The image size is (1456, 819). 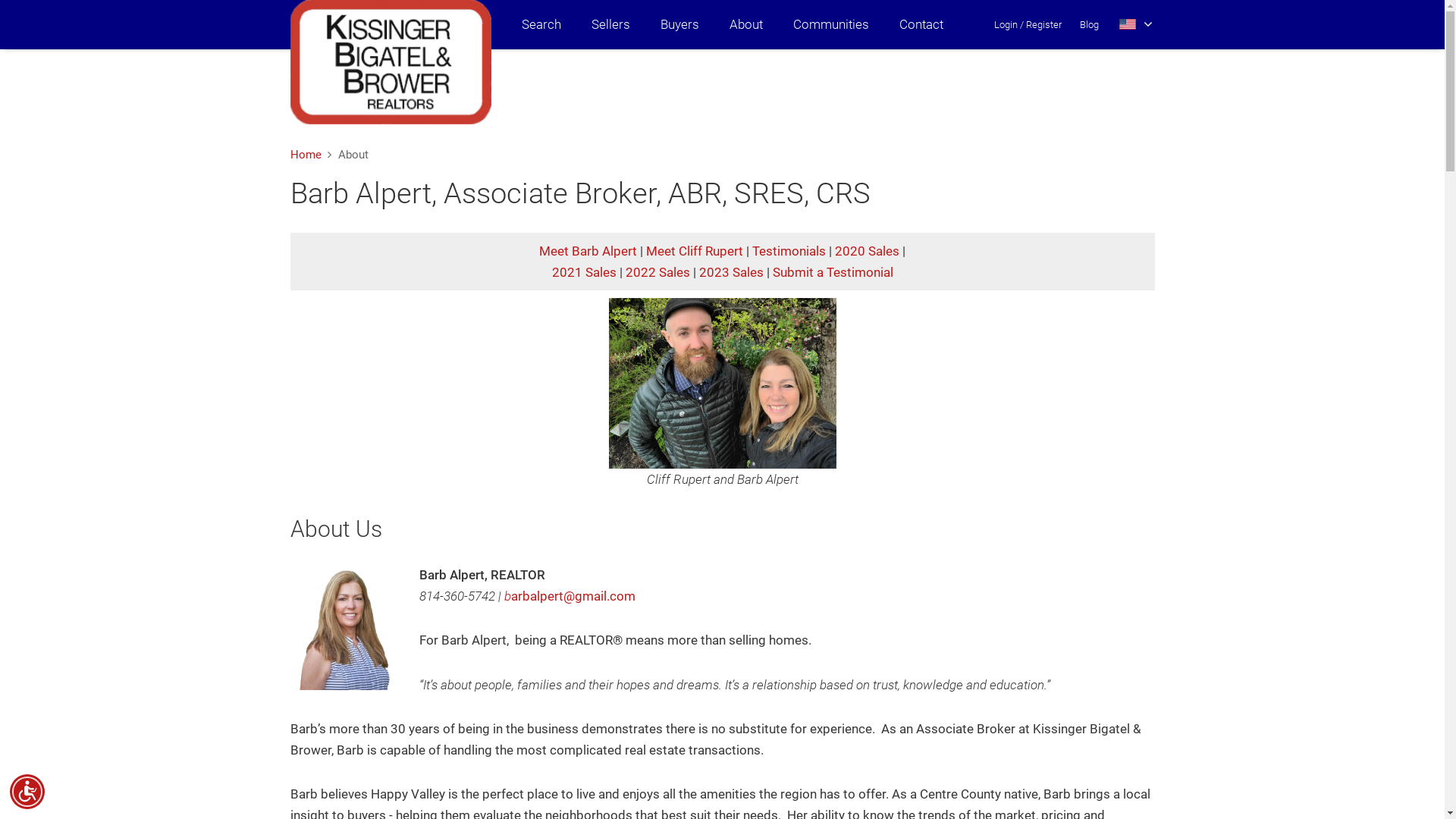 I want to click on 'barbalpert@gmail.com', so click(x=568, y=595).